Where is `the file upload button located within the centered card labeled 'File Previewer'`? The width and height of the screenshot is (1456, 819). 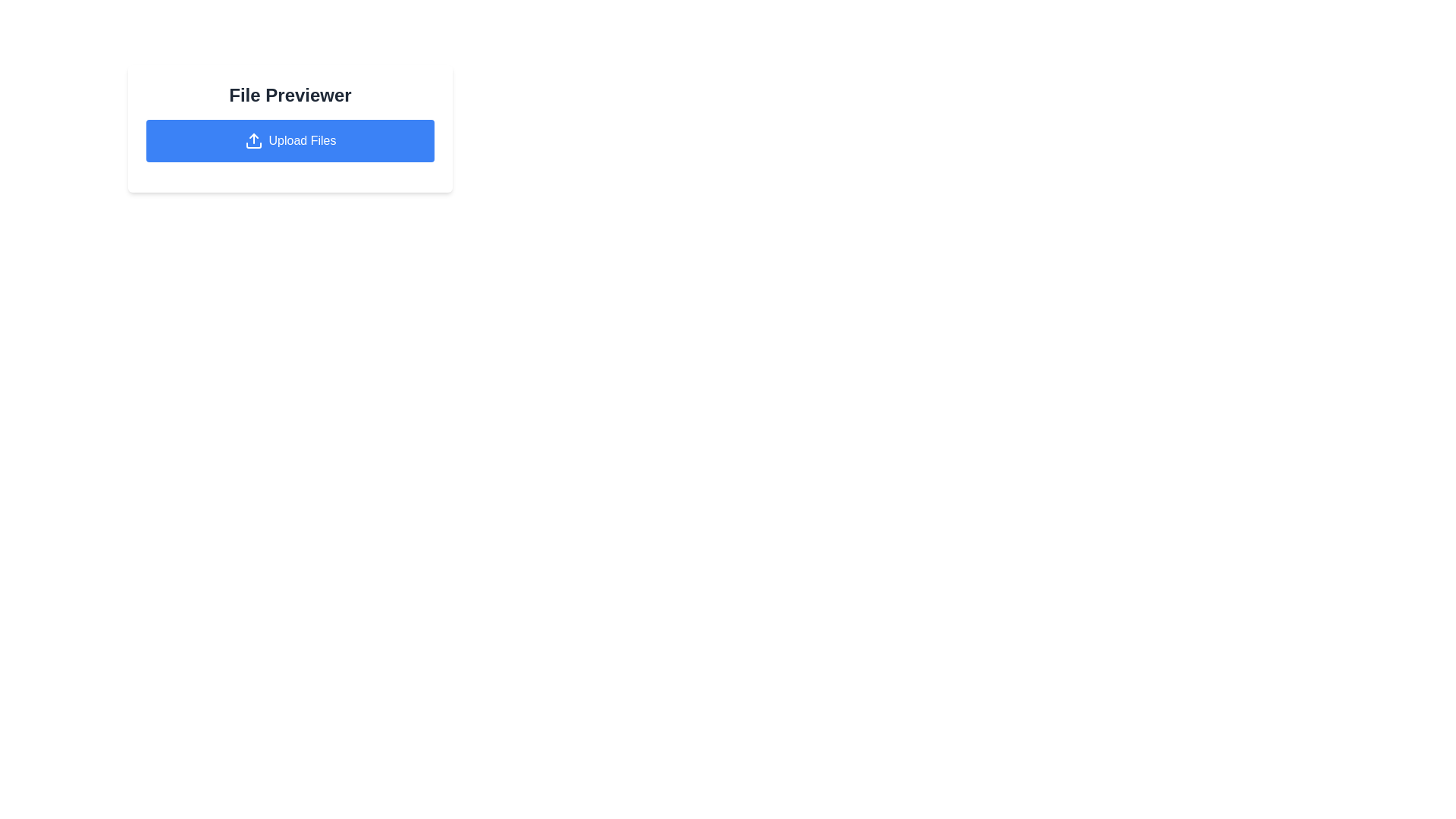
the file upload button located within the centered card labeled 'File Previewer' is located at coordinates (290, 146).